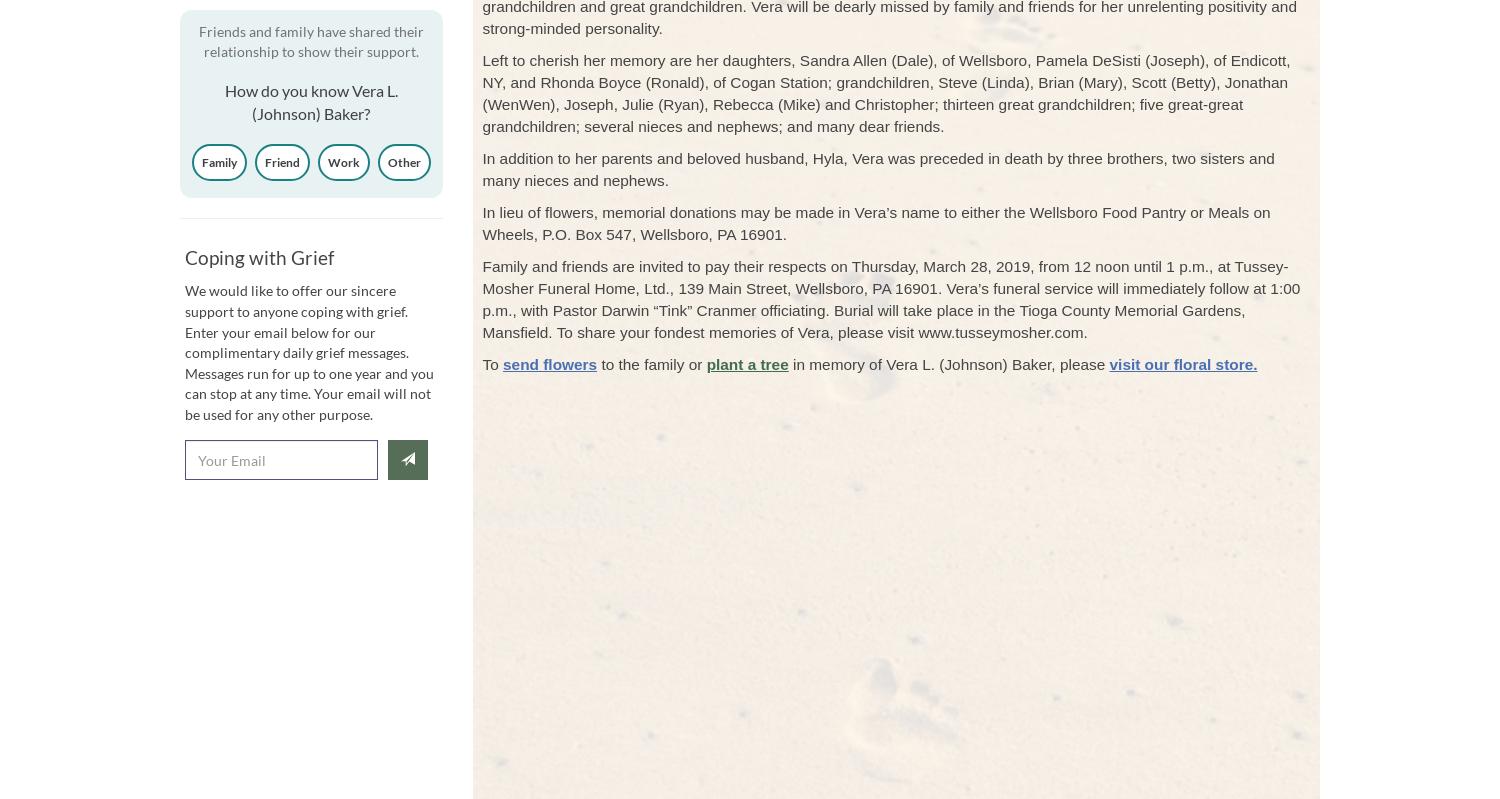 Image resolution: width=1500 pixels, height=799 pixels. Describe the element at coordinates (787, 363) in the screenshot. I see `'in memory of Vera L. (Johnson)  Baker, please'` at that location.